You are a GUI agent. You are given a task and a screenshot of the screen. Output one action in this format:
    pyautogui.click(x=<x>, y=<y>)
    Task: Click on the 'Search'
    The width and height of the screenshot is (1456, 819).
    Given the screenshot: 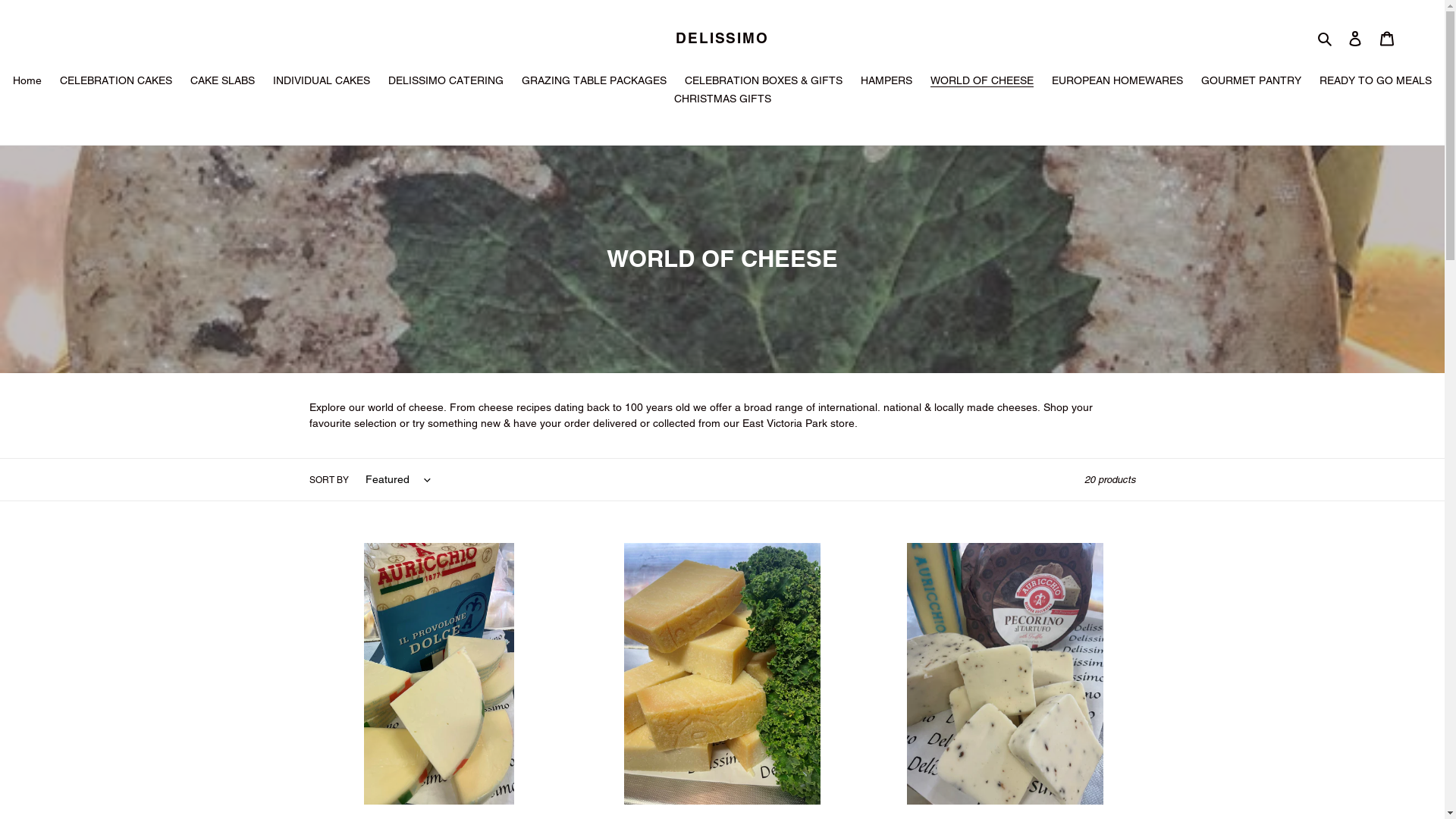 What is the action you would take?
    pyautogui.click(x=1325, y=37)
    